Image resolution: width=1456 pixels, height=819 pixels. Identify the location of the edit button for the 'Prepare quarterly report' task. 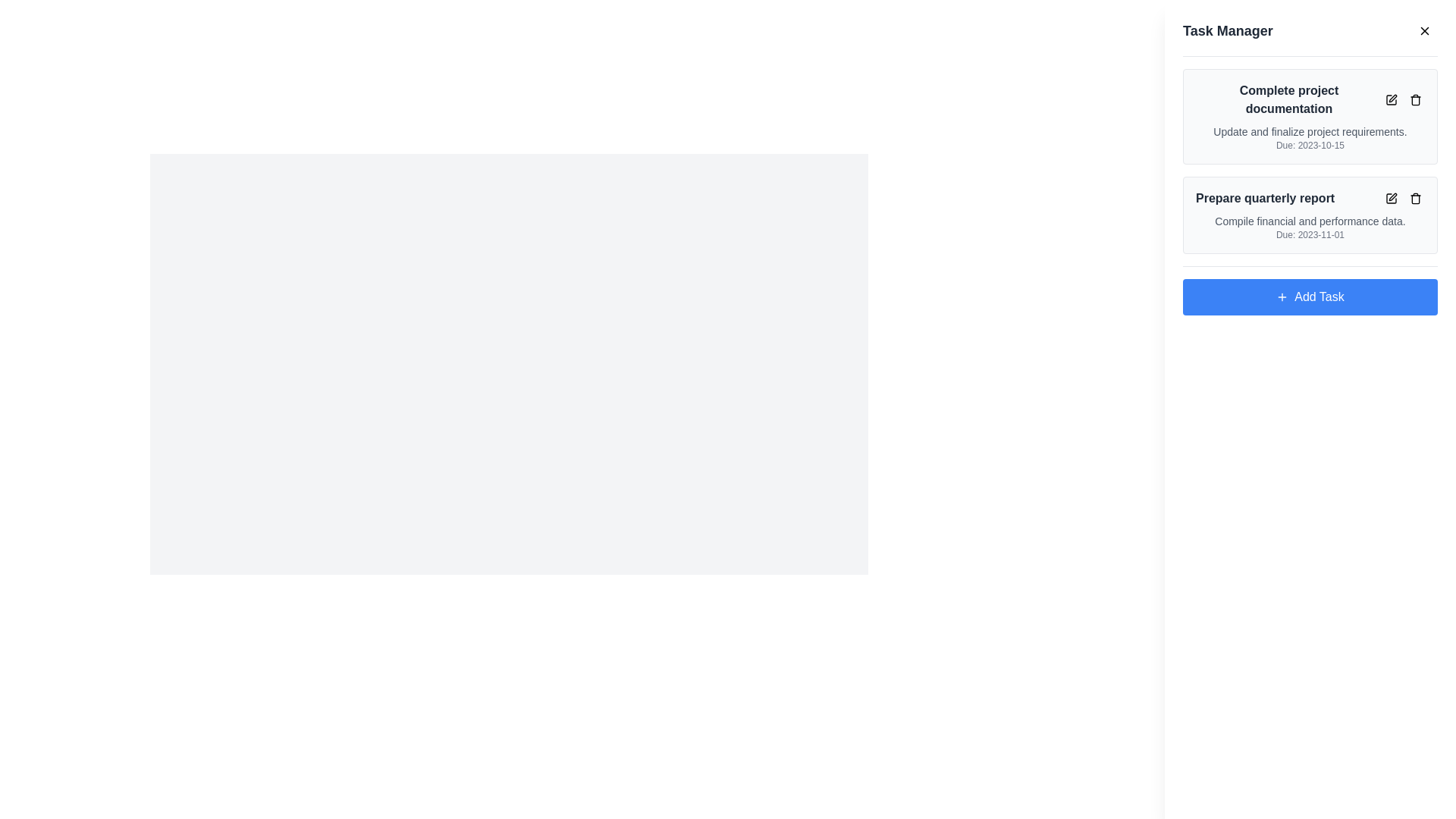
(1391, 198).